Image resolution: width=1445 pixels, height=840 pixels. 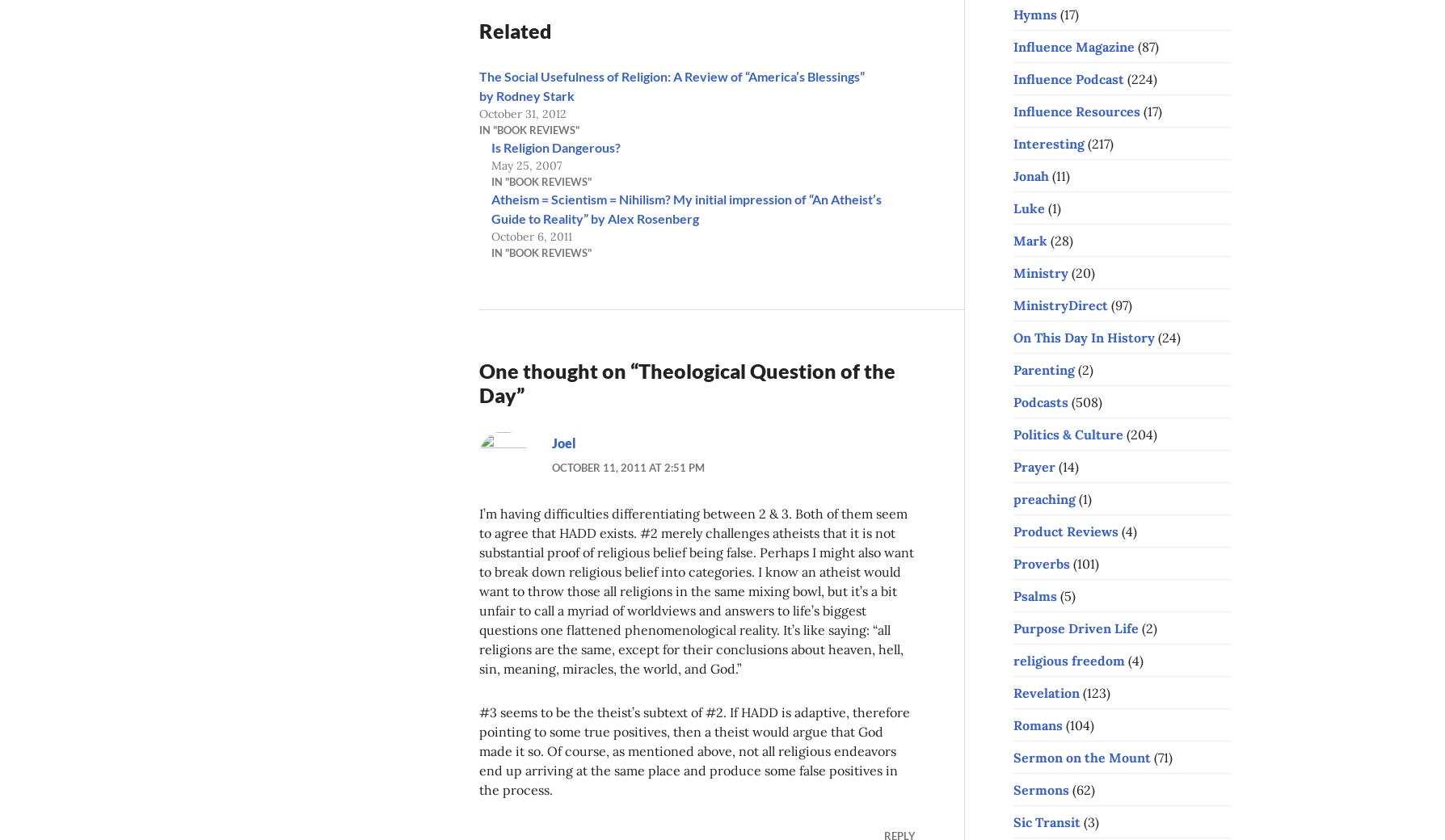 What do you see at coordinates (1062, 724) in the screenshot?
I see `'(104)'` at bounding box center [1062, 724].